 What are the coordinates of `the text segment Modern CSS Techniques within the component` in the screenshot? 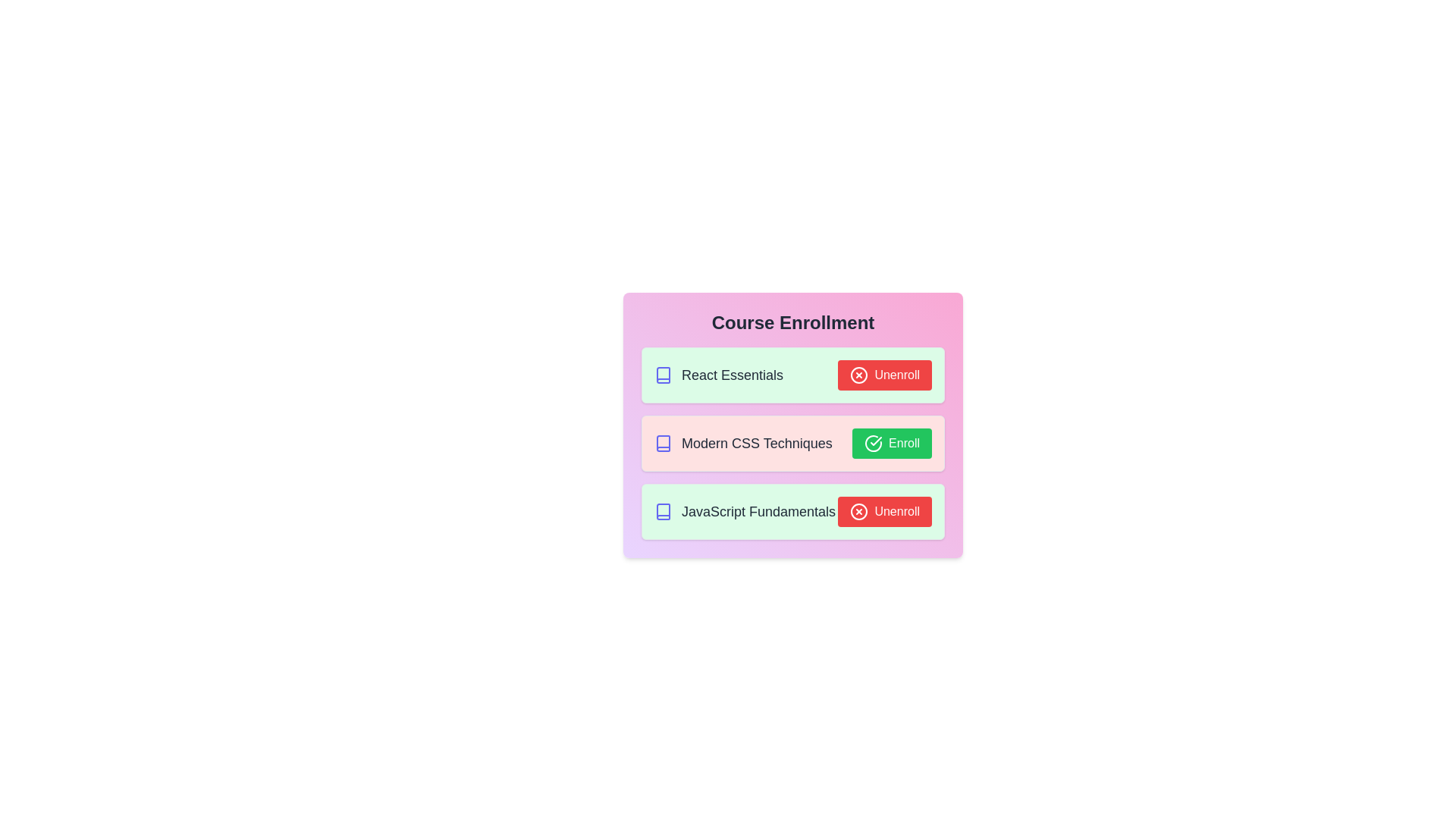 It's located at (742, 444).